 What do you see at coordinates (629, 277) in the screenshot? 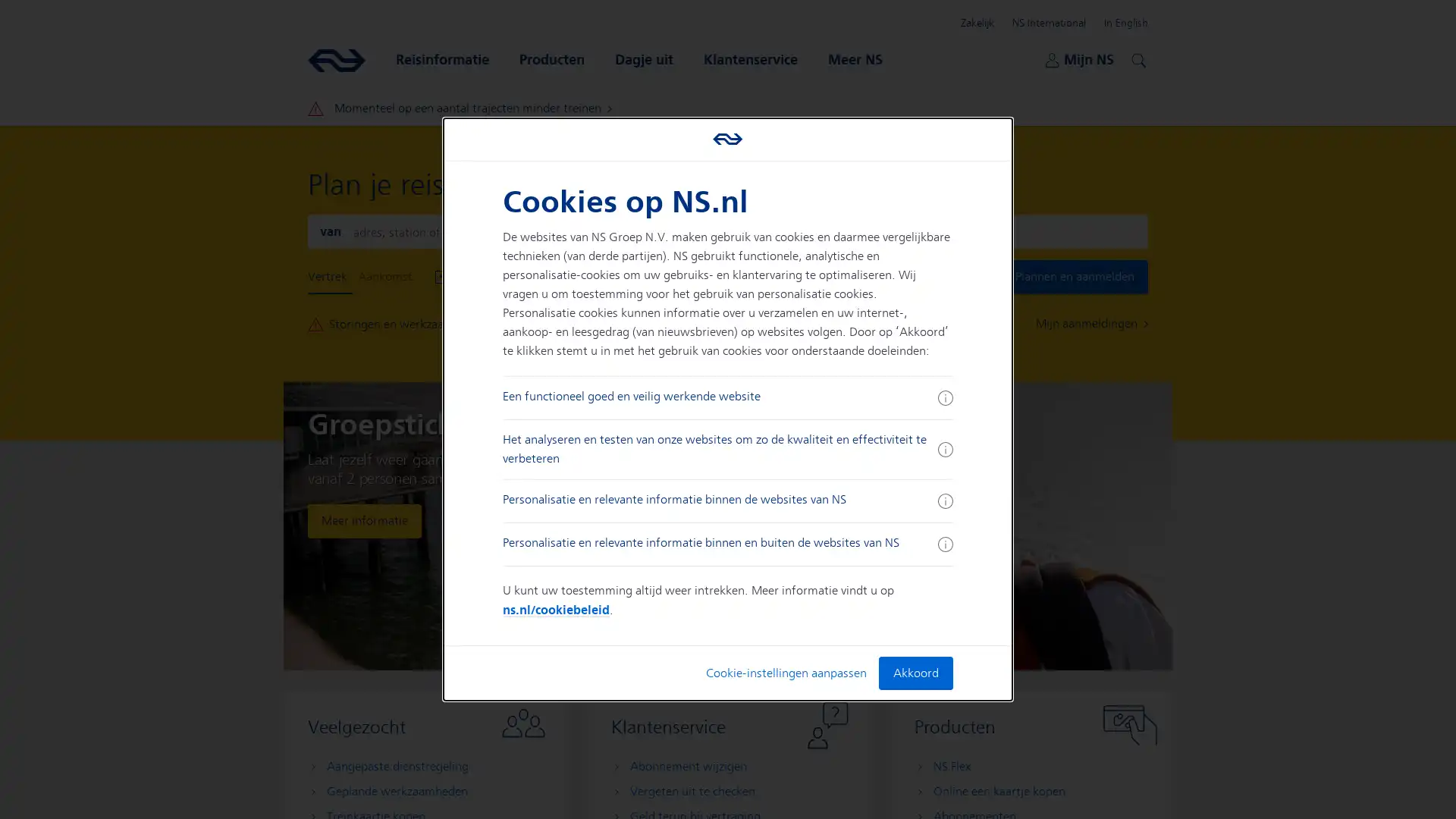
I see `Vertrek Nu` at bounding box center [629, 277].